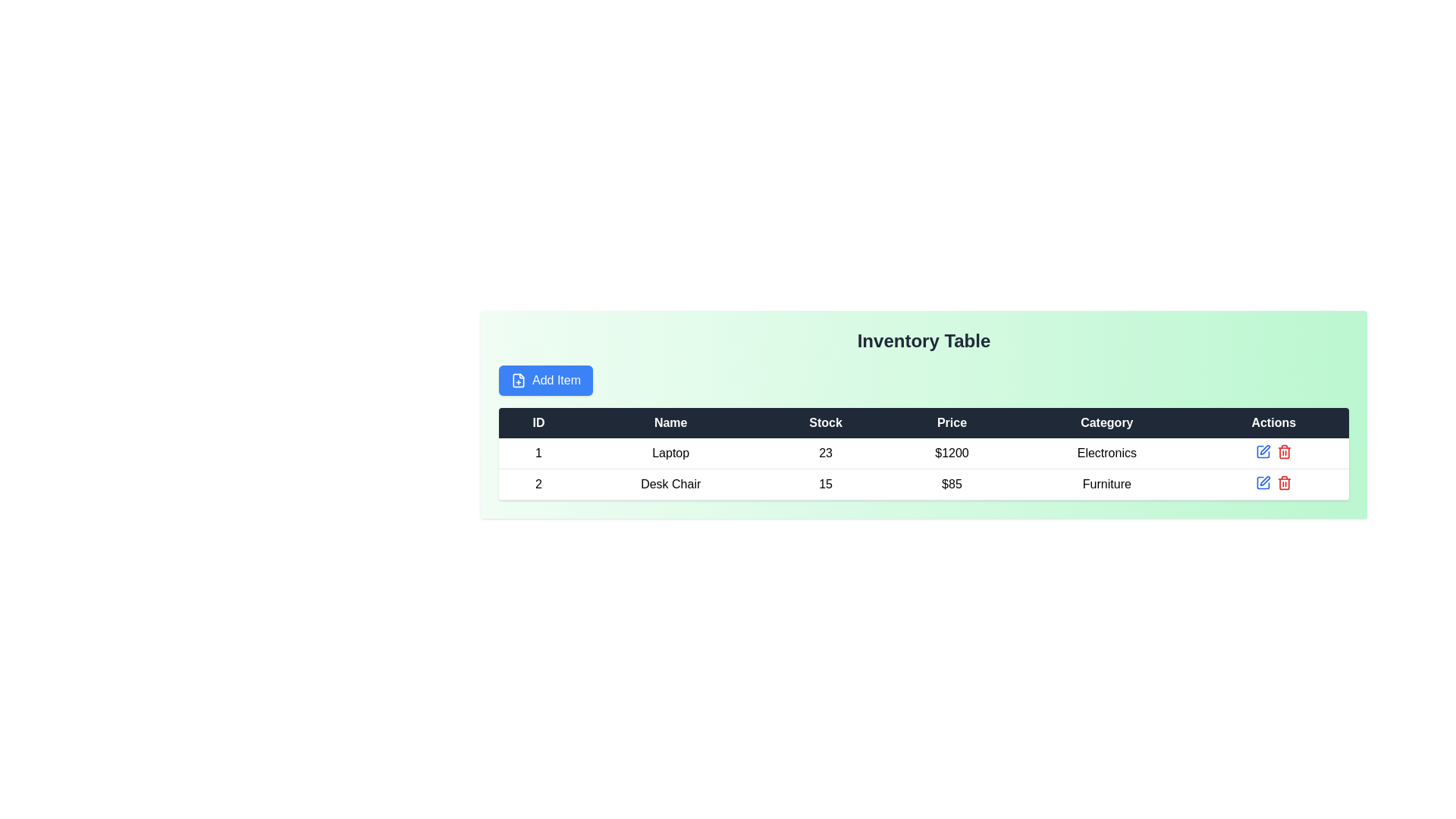 Image resolution: width=1456 pixels, height=819 pixels. What do you see at coordinates (519, 379) in the screenshot?
I see `the decorative element that is a white, bordered rectangle resembling a folded page, part of the 'Add Item' button on the UI` at bounding box center [519, 379].